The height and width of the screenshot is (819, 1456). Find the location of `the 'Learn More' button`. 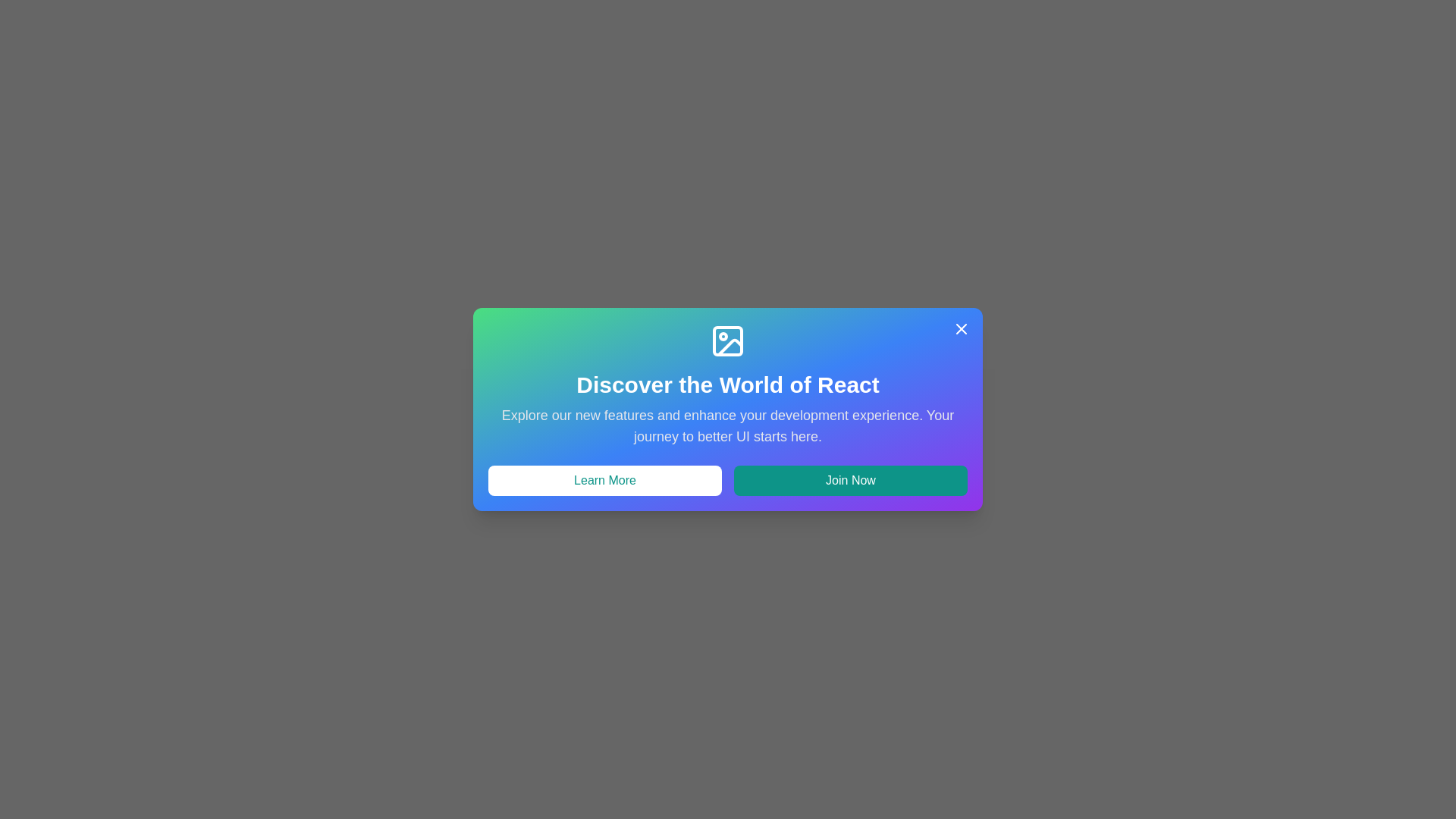

the 'Learn More' button is located at coordinates (604, 480).